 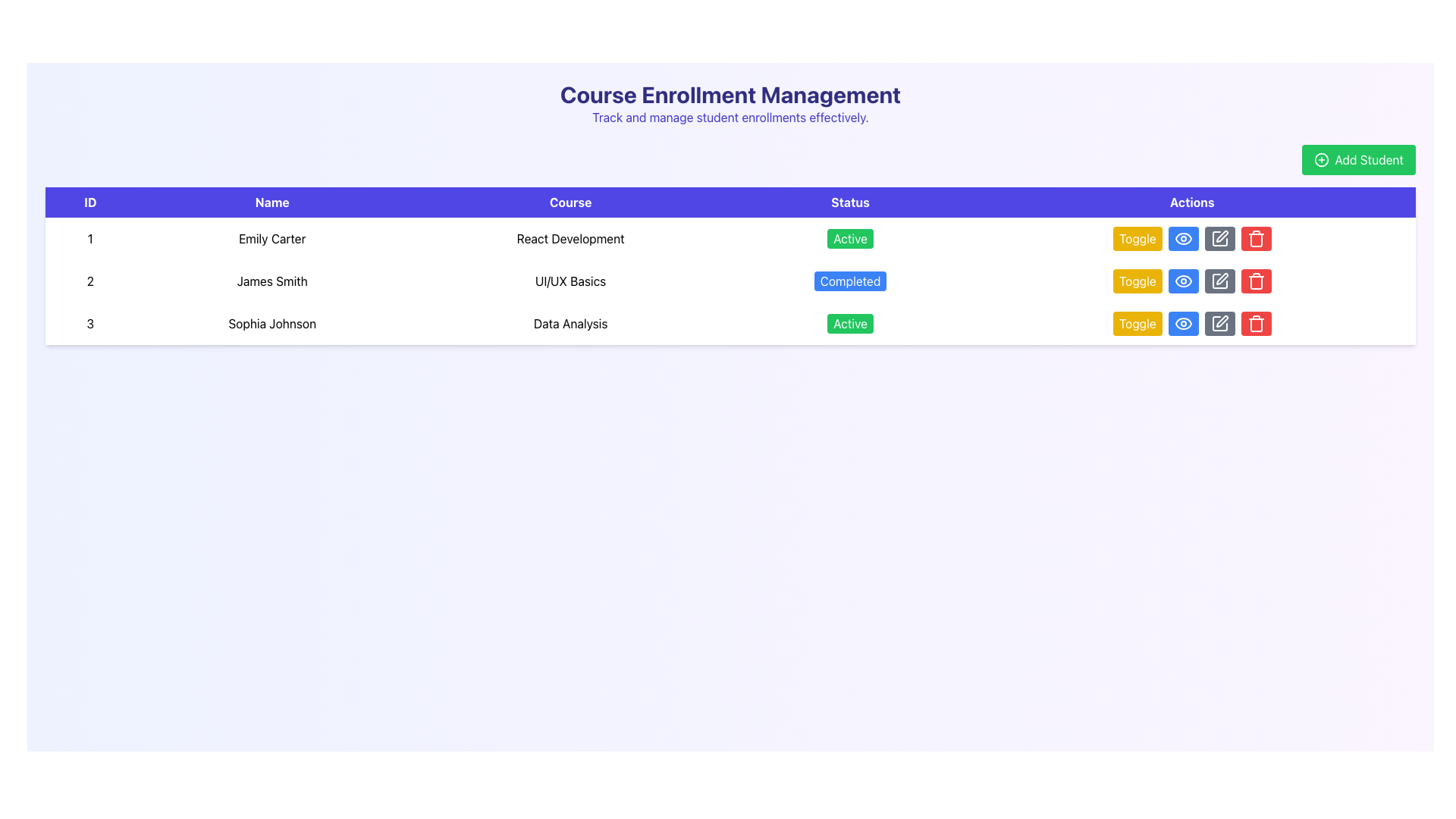 I want to click on the second row in the 'Course Enrollment Management' table, so click(x=730, y=281).